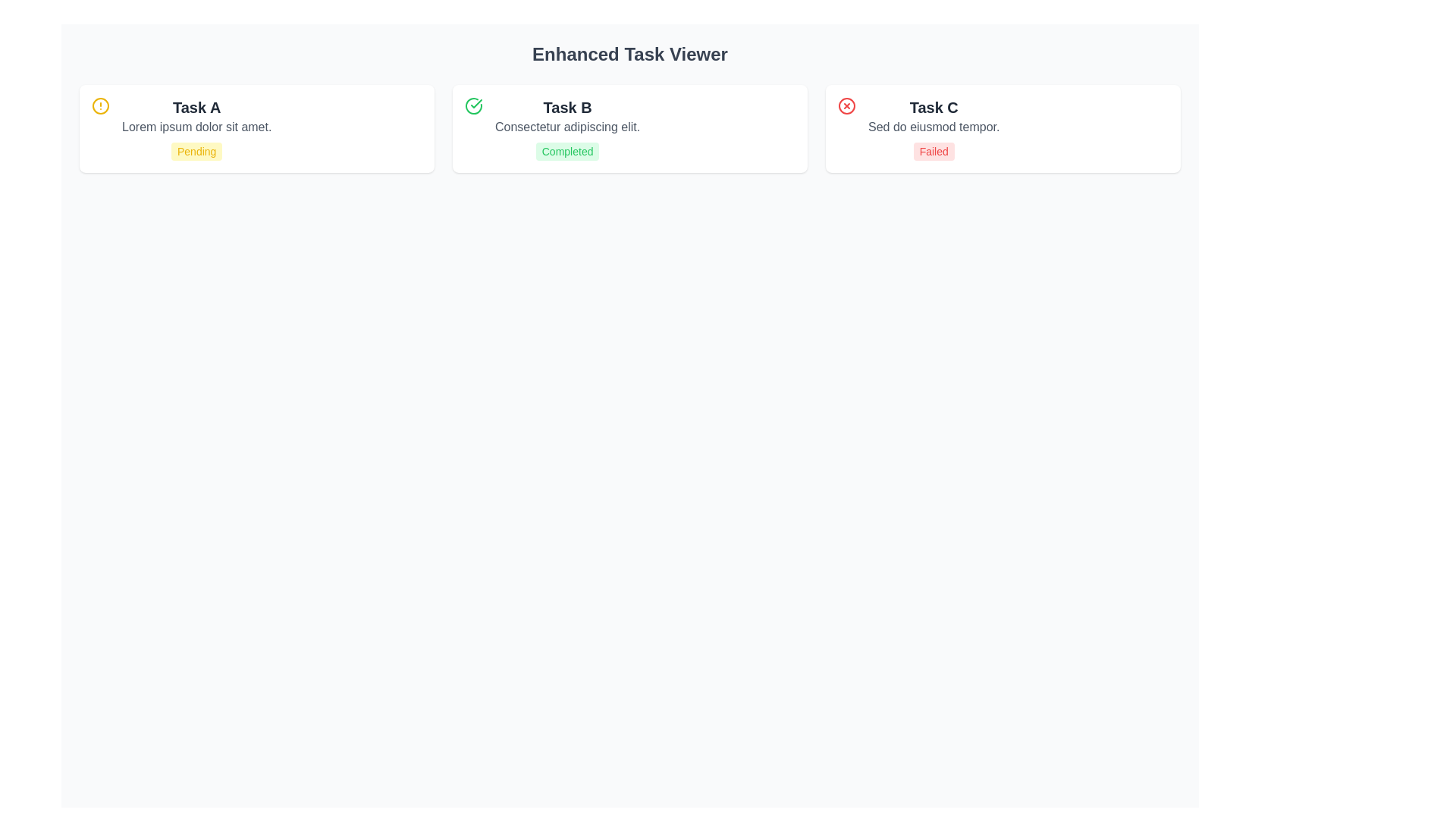 The height and width of the screenshot is (819, 1456). I want to click on the static text element that provides descriptive information about 'Task A', positioned below the 'Task A' title and above the 'Pending' status indicator, so click(196, 127).